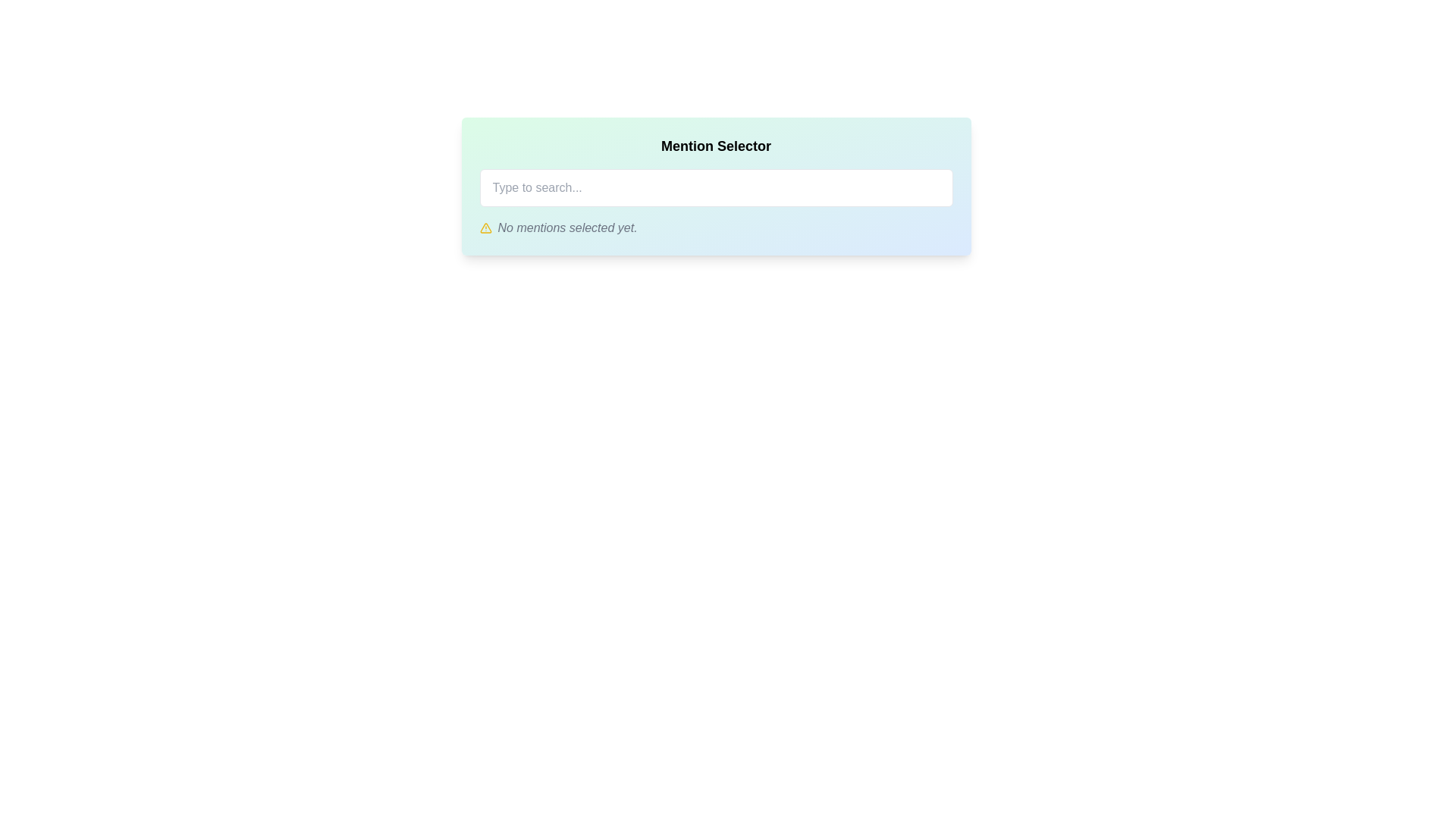 The width and height of the screenshot is (1456, 819). What do you see at coordinates (485, 227) in the screenshot?
I see `the small triangular warning icon with a yellow border located to the left of the text 'No mentions selected yet.'` at bounding box center [485, 227].